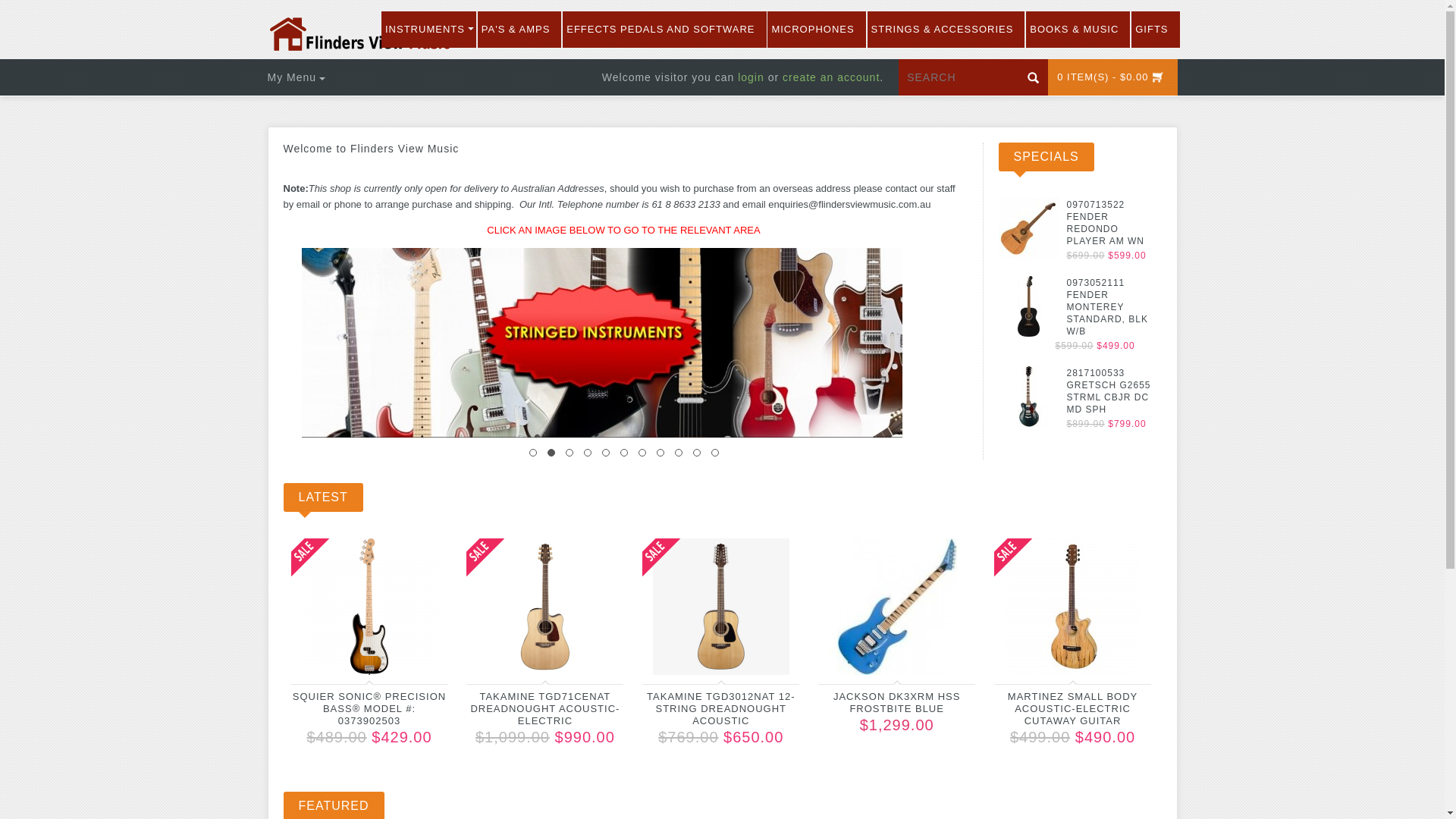 The width and height of the screenshot is (1456, 819). What do you see at coordinates (1106, 307) in the screenshot?
I see `'0973052111 FENDER MONTEREY STANDARD, BLK W/B'` at bounding box center [1106, 307].